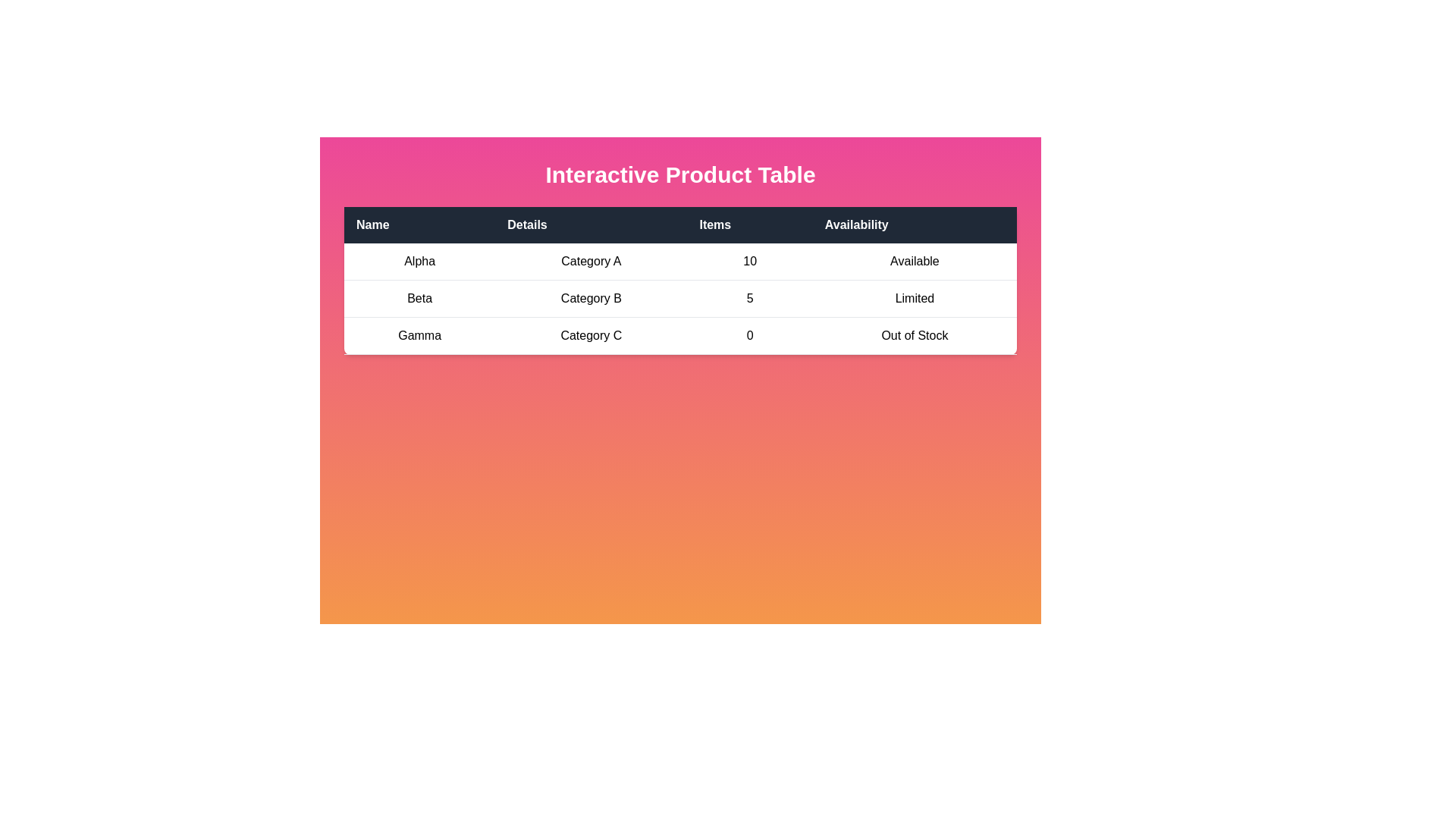  I want to click on the second table row displaying detailed information including the name 'Beta', category 'Category B', quantity '5', and availability status 'Limited', so click(679, 298).